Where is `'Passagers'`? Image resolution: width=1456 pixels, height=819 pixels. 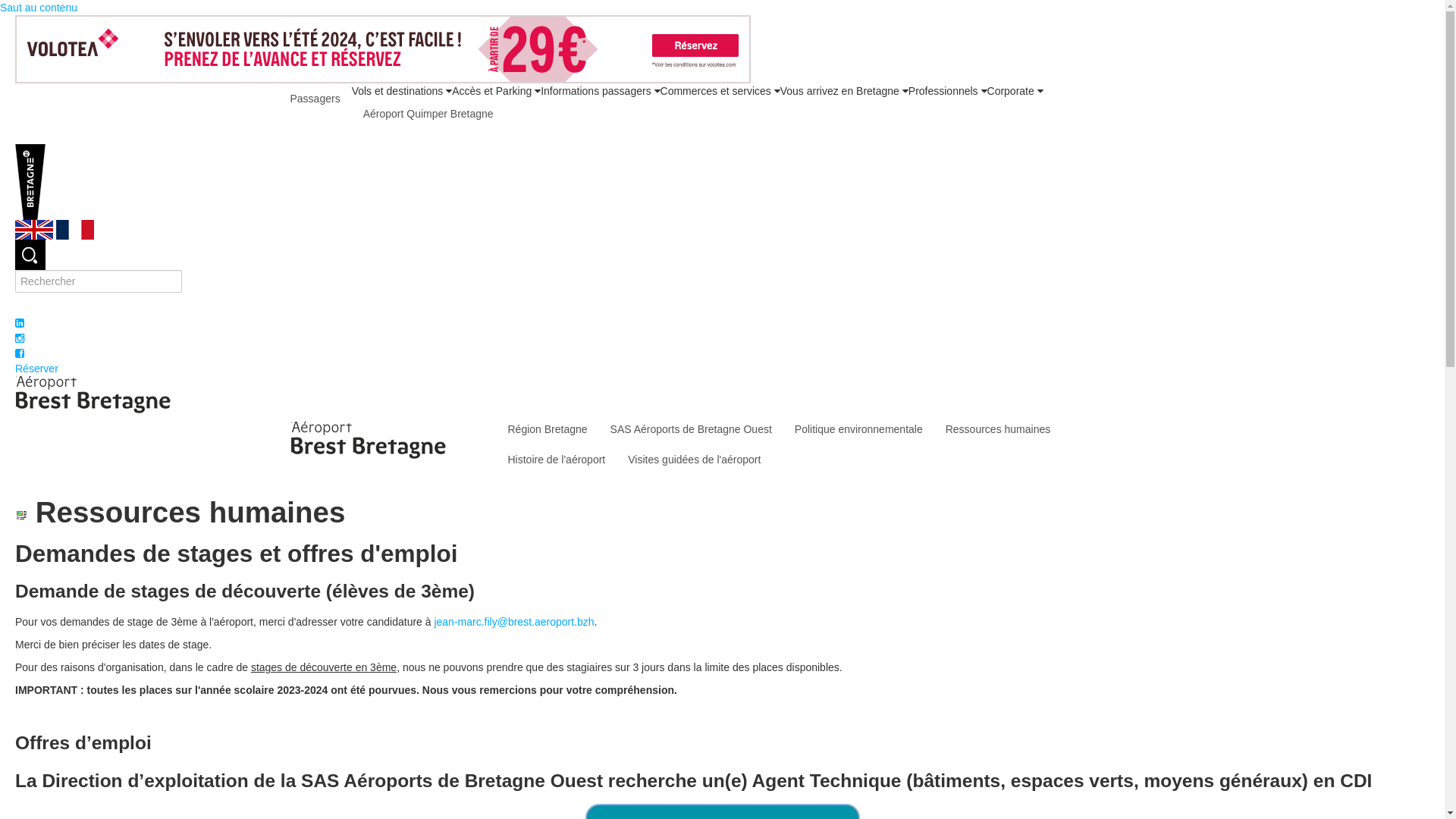 'Passagers' is located at coordinates (315, 99).